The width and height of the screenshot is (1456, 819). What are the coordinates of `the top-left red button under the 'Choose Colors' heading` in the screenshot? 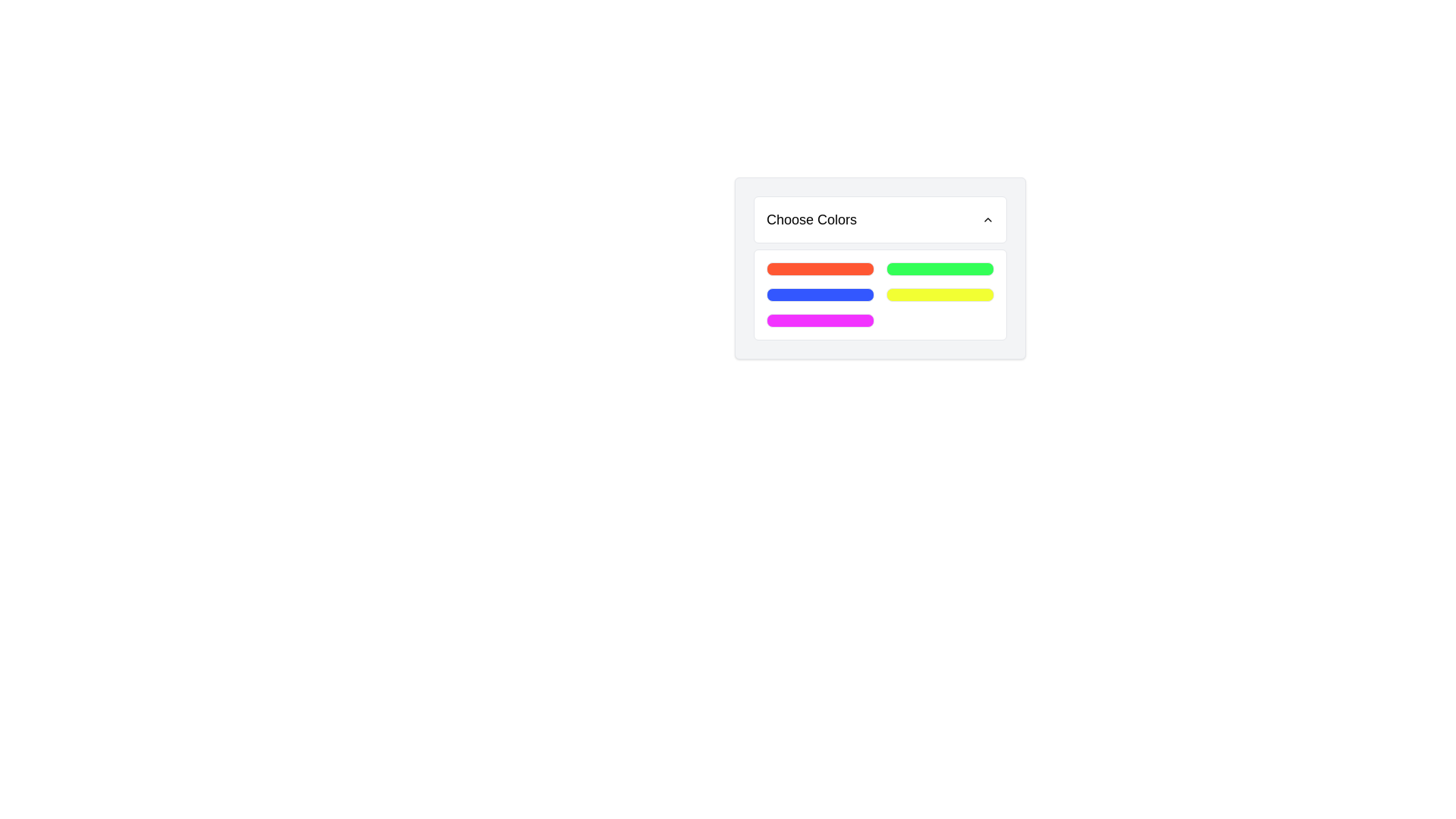 It's located at (819, 268).